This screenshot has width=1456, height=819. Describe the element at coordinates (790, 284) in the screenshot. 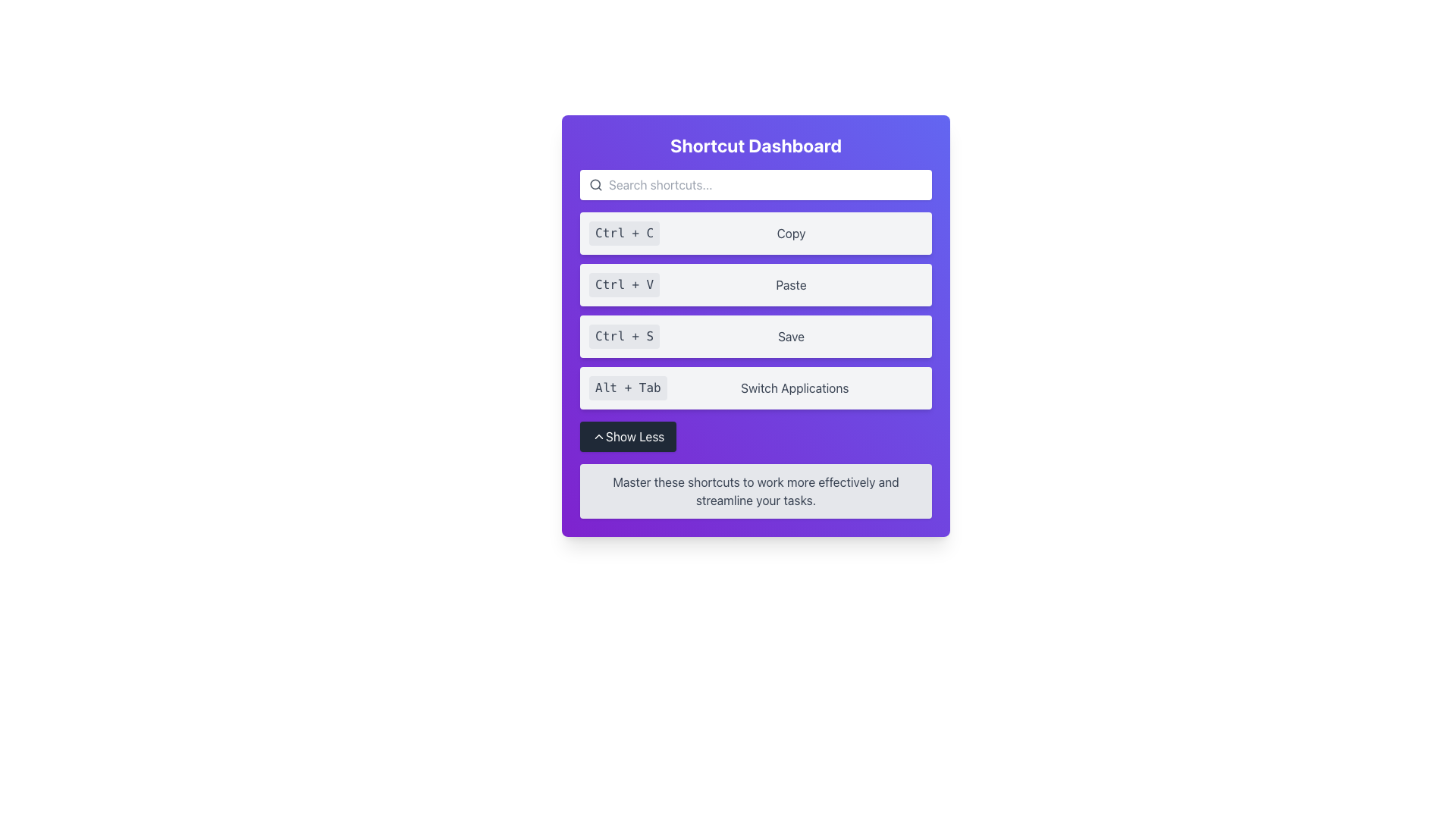

I see `the static text descriptor that indicates the paste action associated with 'Ctrl + V', located in the Shortcut Dashboard` at that location.